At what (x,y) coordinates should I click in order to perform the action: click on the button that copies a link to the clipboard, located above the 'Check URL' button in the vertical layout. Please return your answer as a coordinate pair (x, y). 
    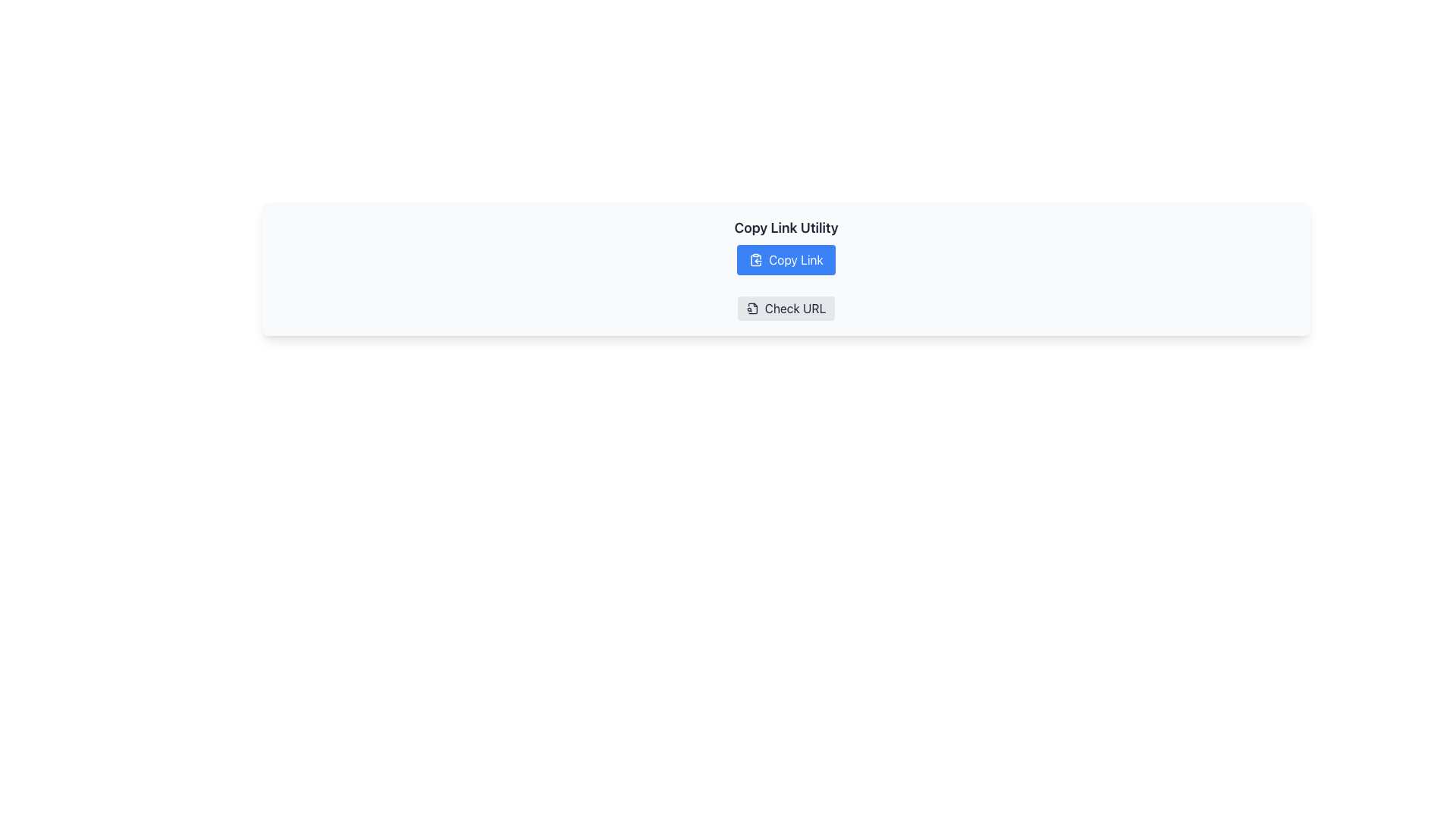
    Looking at the image, I should click on (786, 259).